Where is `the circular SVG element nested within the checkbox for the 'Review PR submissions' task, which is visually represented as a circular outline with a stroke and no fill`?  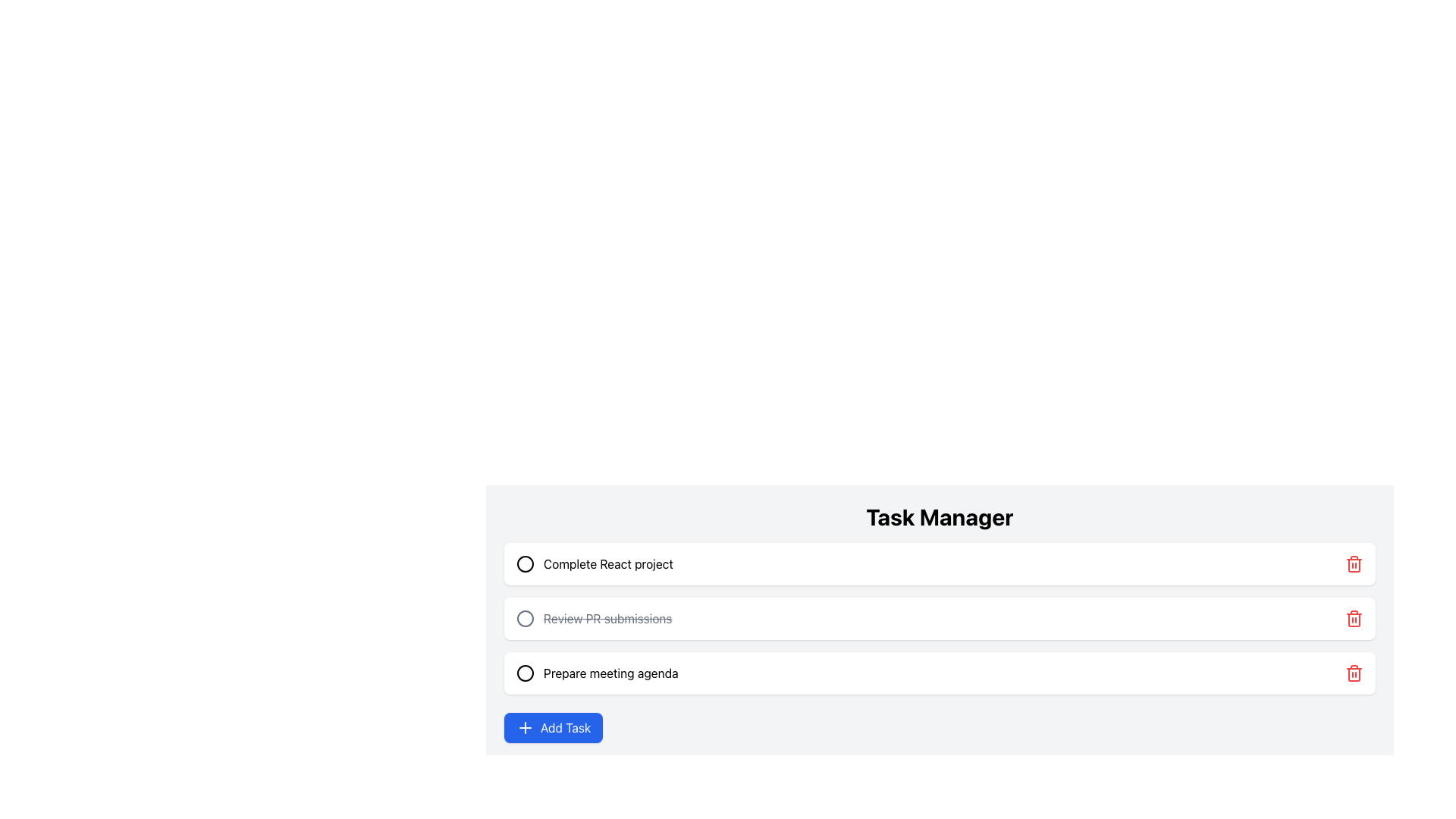 the circular SVG element nested within the checkbox for the 'Review PR submissions' task, which is visually represented as a circular outline with a stroke and no fill is located at coordinates (525, 619).